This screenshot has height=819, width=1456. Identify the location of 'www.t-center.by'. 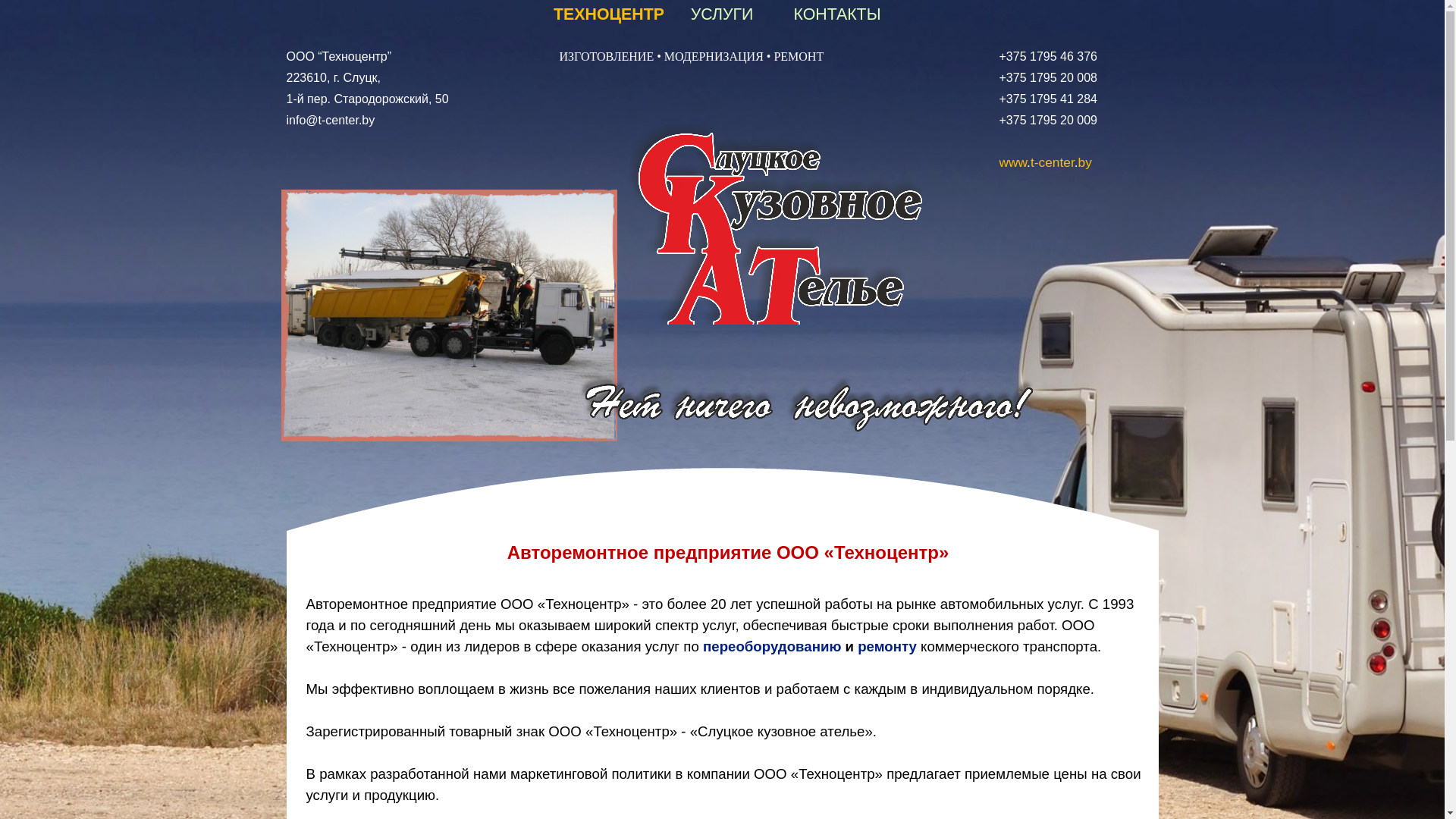
(1044, 162).